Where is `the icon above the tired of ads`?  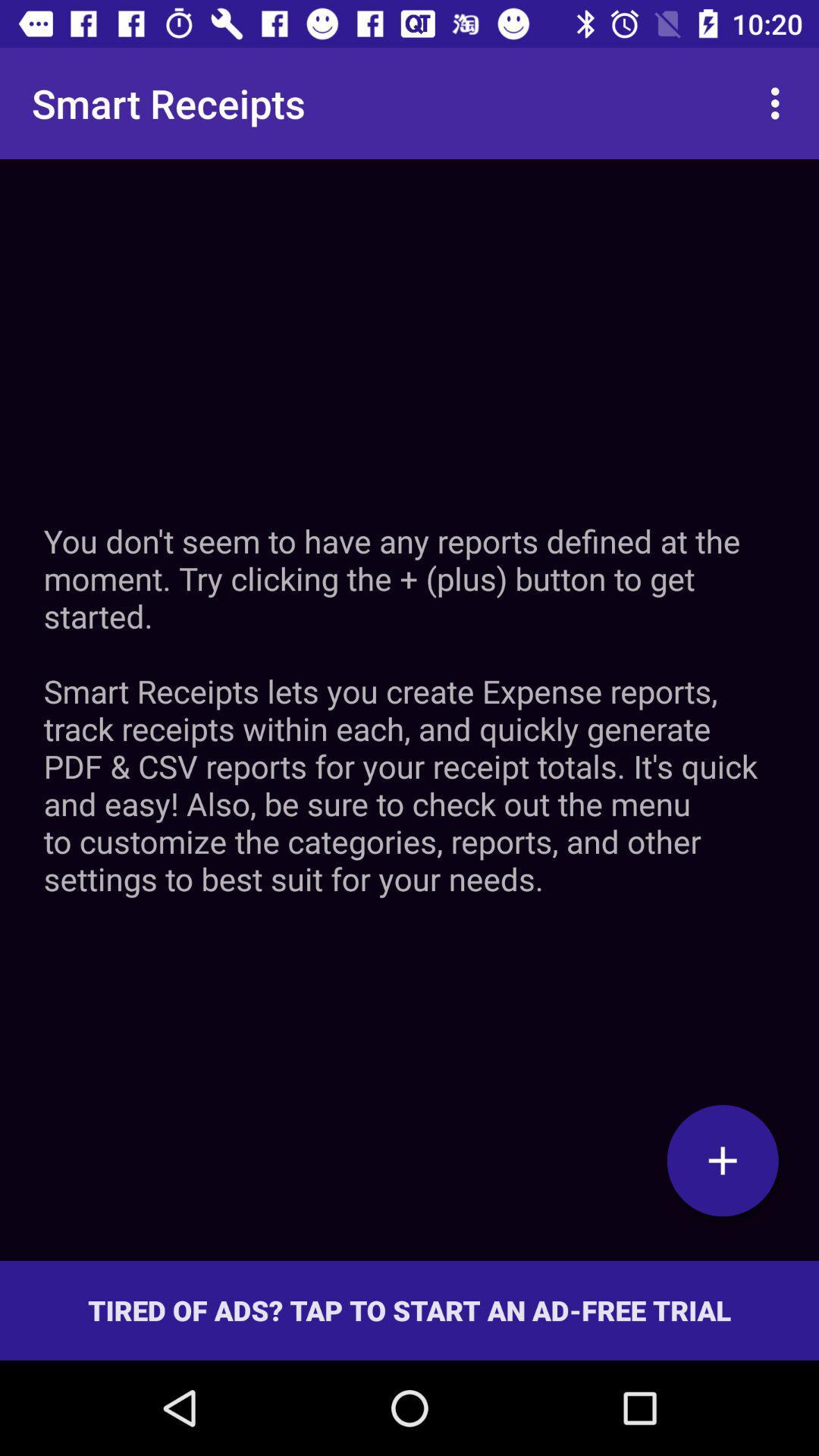 the icon above the tired of ads is located at coordinates (722, 1159).